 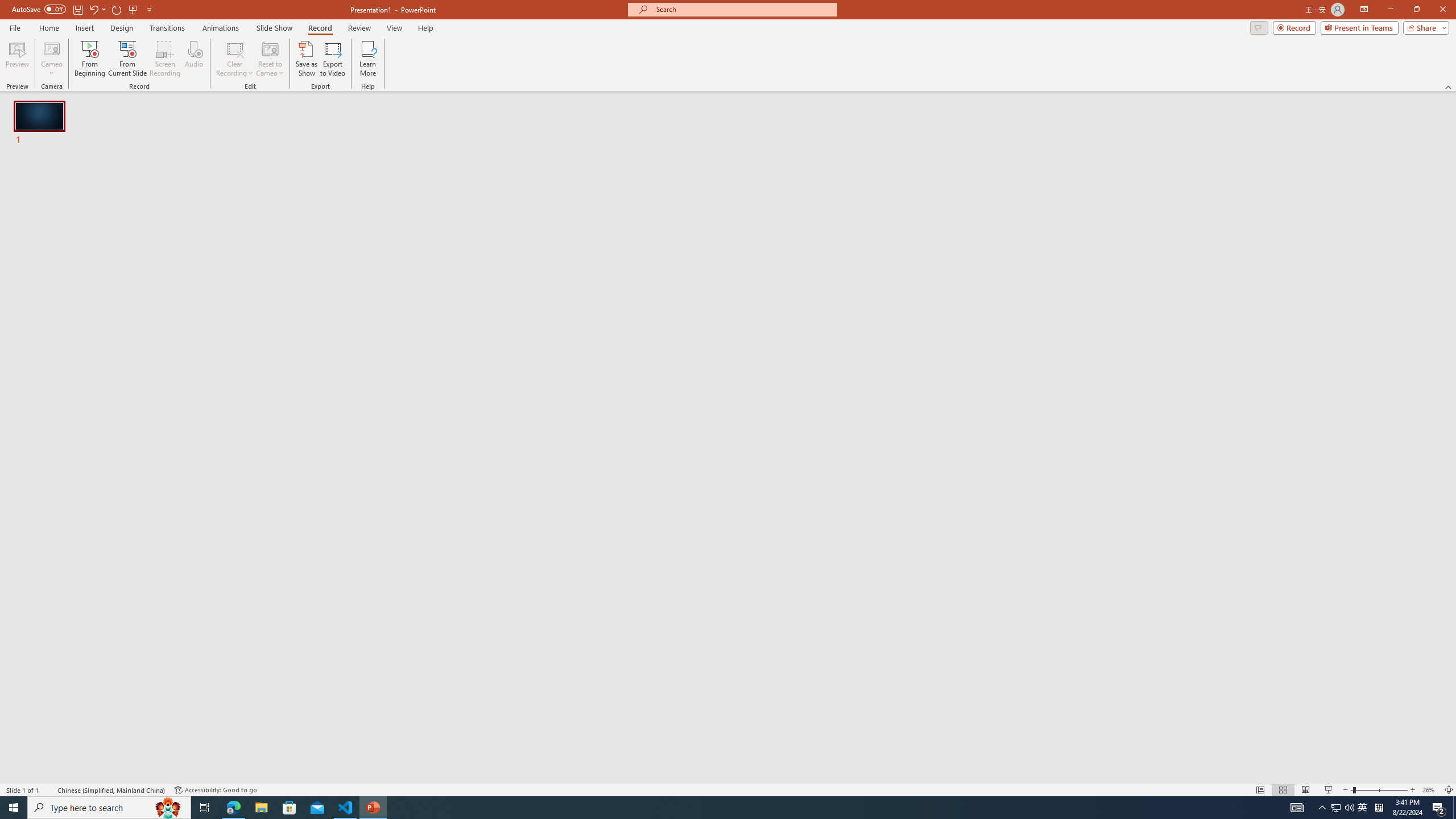 What do you see at coordinates (269, 59) in the screenshot?
I see `'Reset to Cameo'` at bounding box center [269, 59].